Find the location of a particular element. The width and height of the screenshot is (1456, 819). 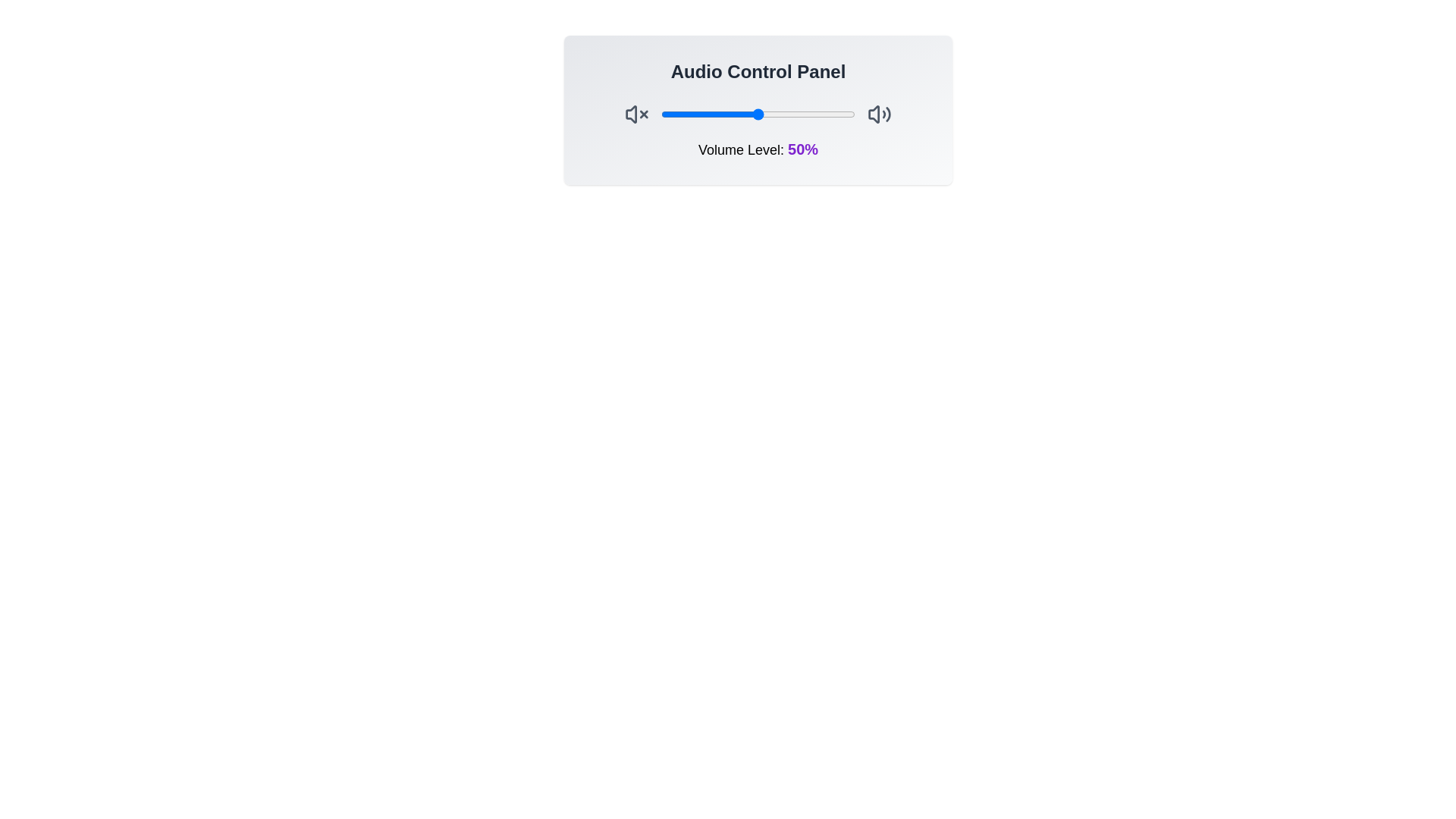

the text label displaying the current volume level value, which is part of the text block reading 'Volume Level: 50%', positioned to the right of 'Volume Level:' and centered beneath the volume slider is located at coordinates (802, 149).